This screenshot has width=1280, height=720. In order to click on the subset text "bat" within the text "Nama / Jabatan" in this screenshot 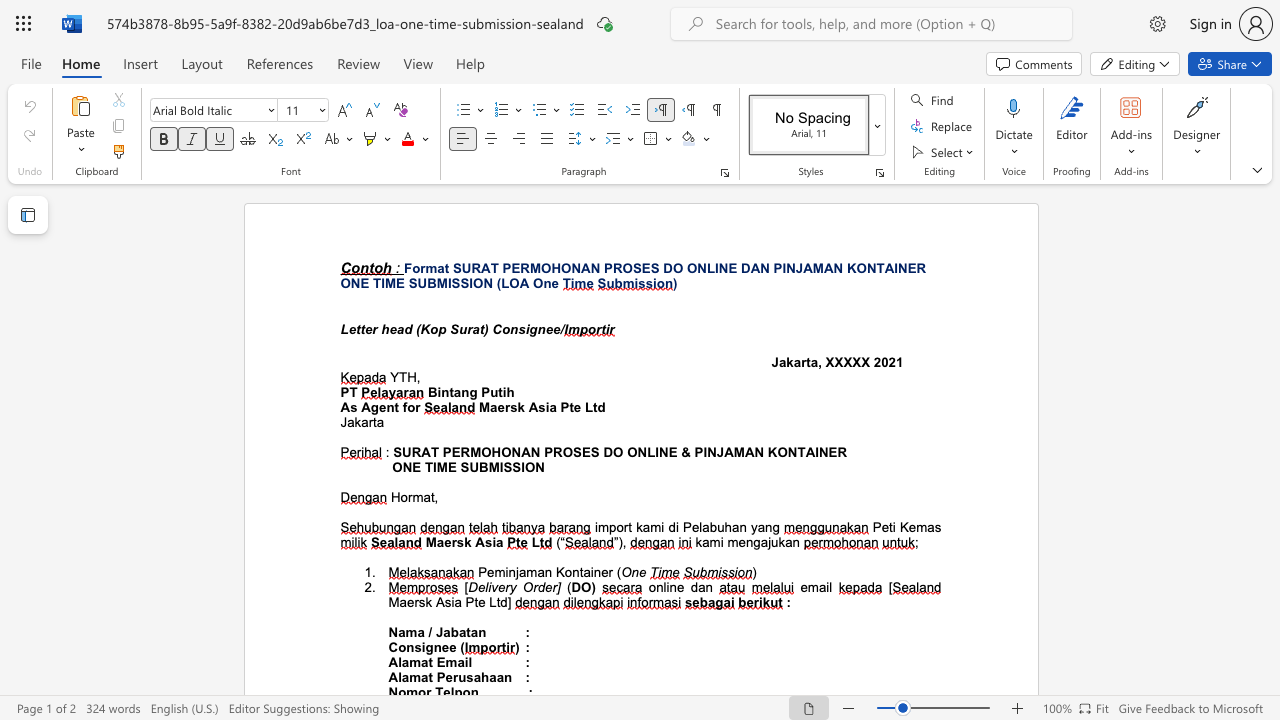, I will do `click(449, 632)`.